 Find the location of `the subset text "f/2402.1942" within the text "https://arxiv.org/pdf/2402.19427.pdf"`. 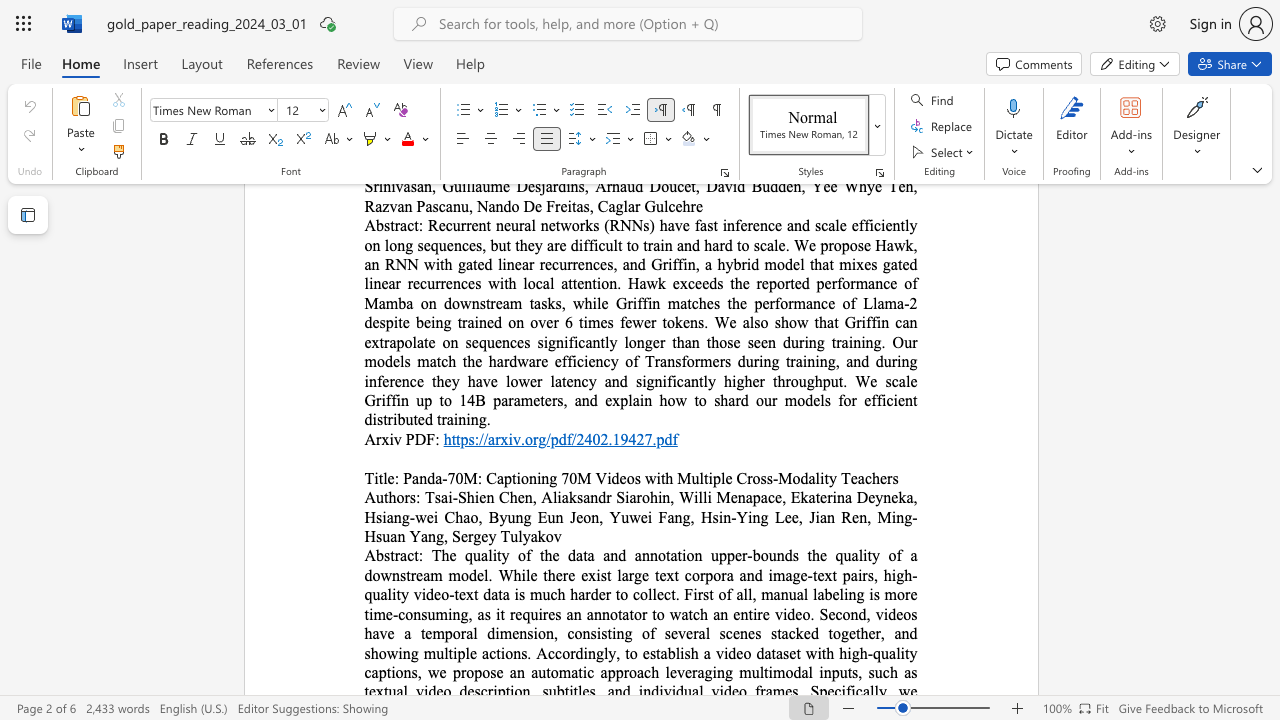

the subset text "f/2402.1942" within the text "https://arxiv.org/pdf/2402.19427.pdf" is located at coordinates (565, 438).